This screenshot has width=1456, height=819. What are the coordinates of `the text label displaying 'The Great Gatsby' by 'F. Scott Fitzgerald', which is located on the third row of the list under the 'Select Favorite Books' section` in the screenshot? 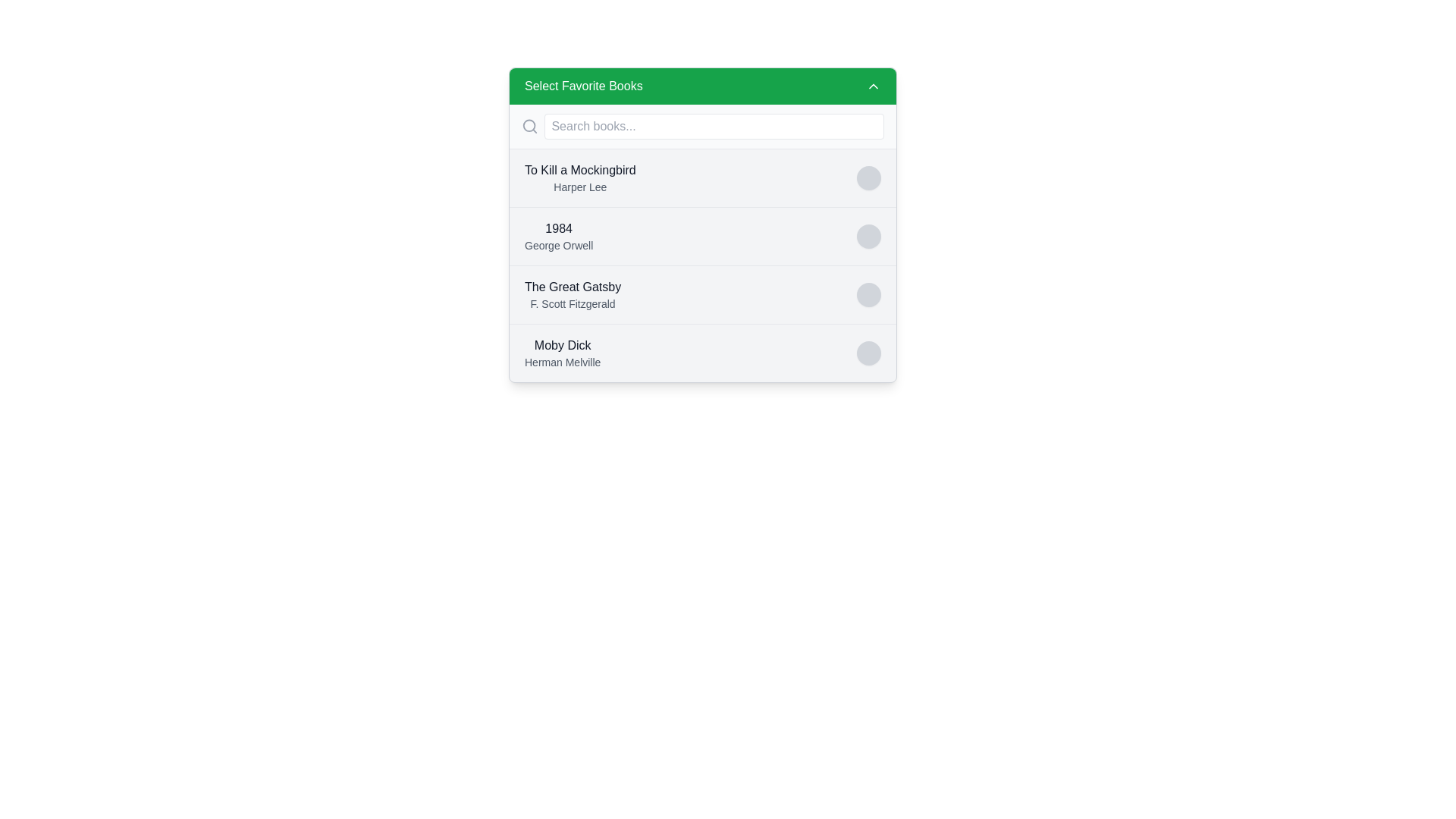 It's located at (572, 295).